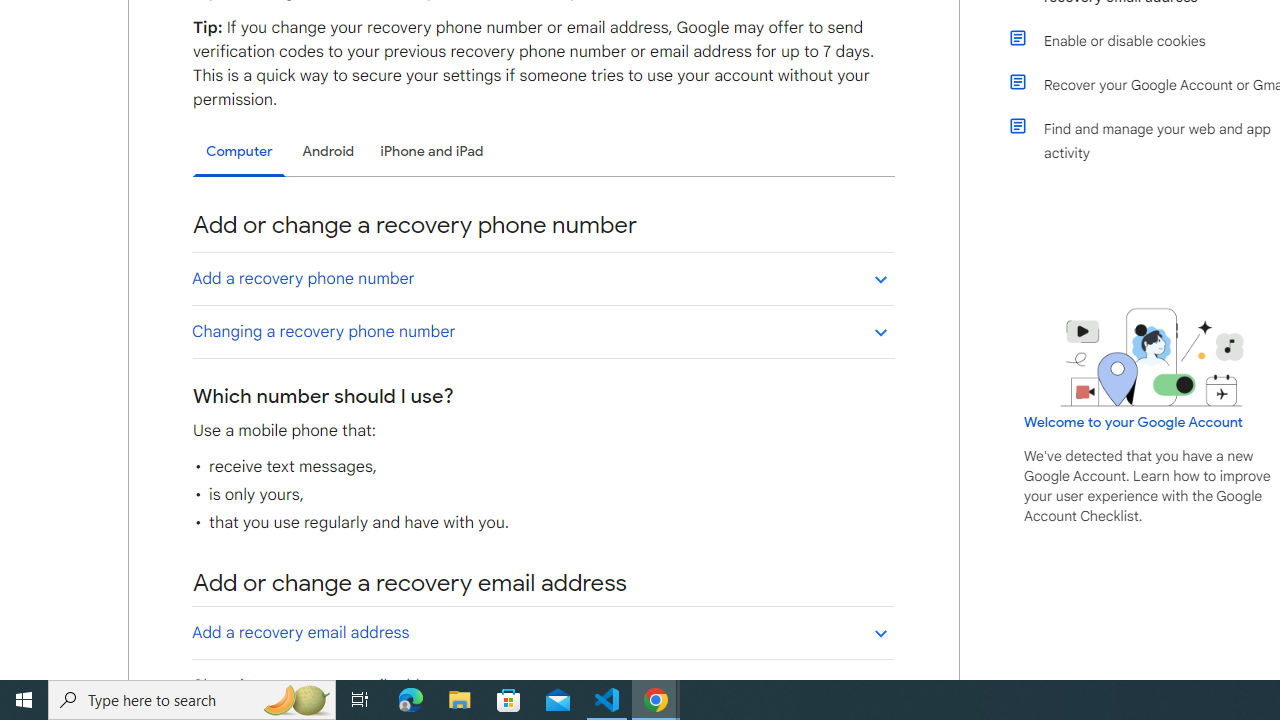  Describe the element at coordinates (1134, 421) in the screenshot. I see `'Welcome to your Google Account'` at that location.